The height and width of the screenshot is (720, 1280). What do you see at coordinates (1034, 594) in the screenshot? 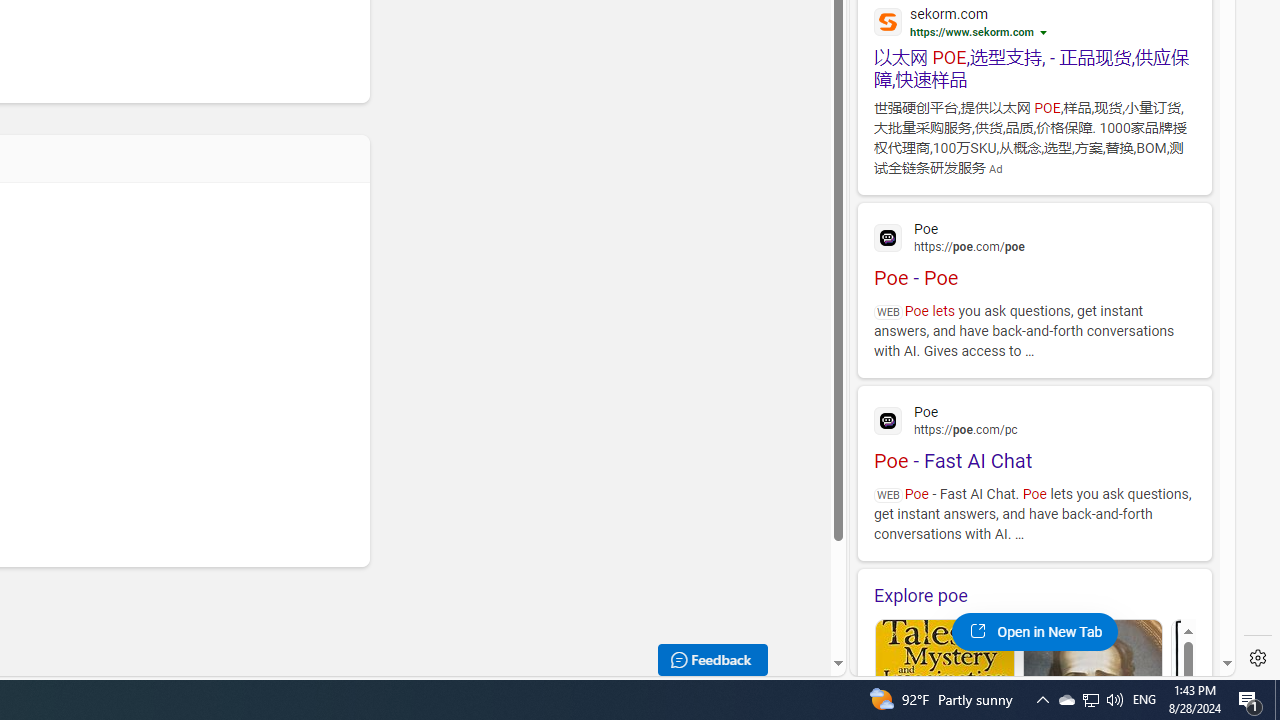
I see `'Explore poe'` at bounding box center [1034, 594].